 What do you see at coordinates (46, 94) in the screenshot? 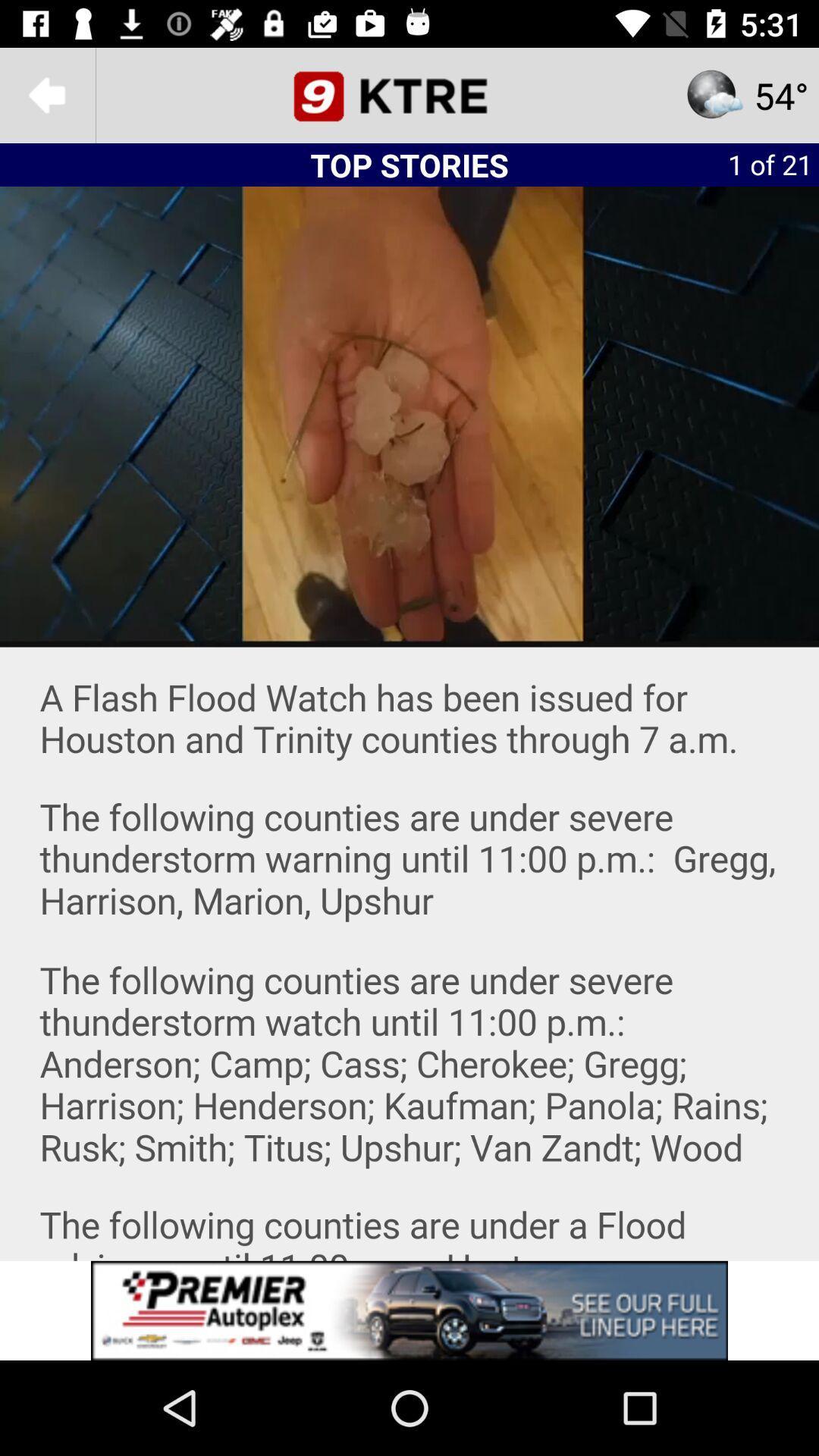
I see `go back` at bounding box center [46, 94].